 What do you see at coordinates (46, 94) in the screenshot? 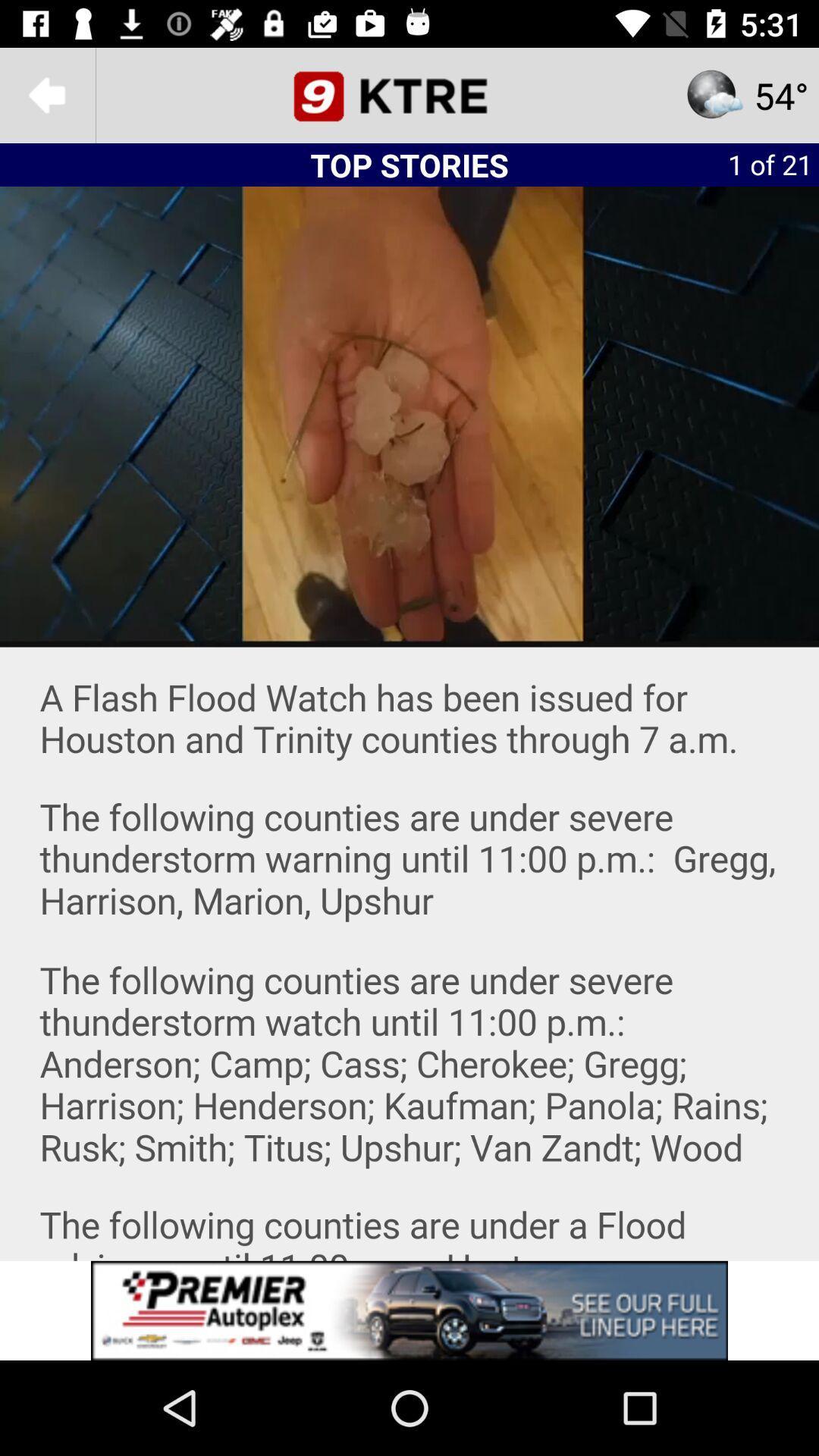
I see `go back` at bounding box center [46, 94].